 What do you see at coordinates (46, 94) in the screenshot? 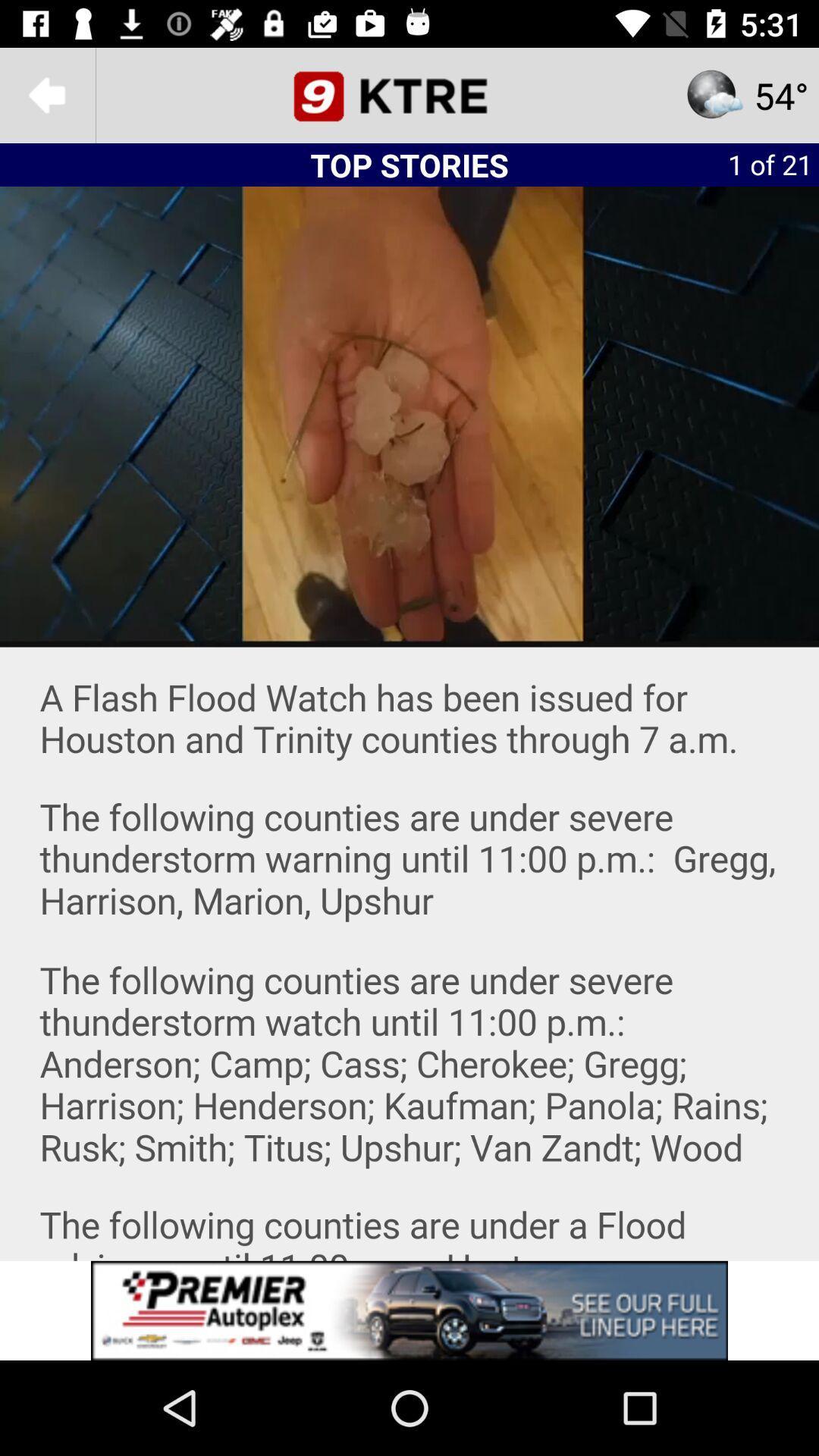
I see `go back` at bounding box center [46, 94].